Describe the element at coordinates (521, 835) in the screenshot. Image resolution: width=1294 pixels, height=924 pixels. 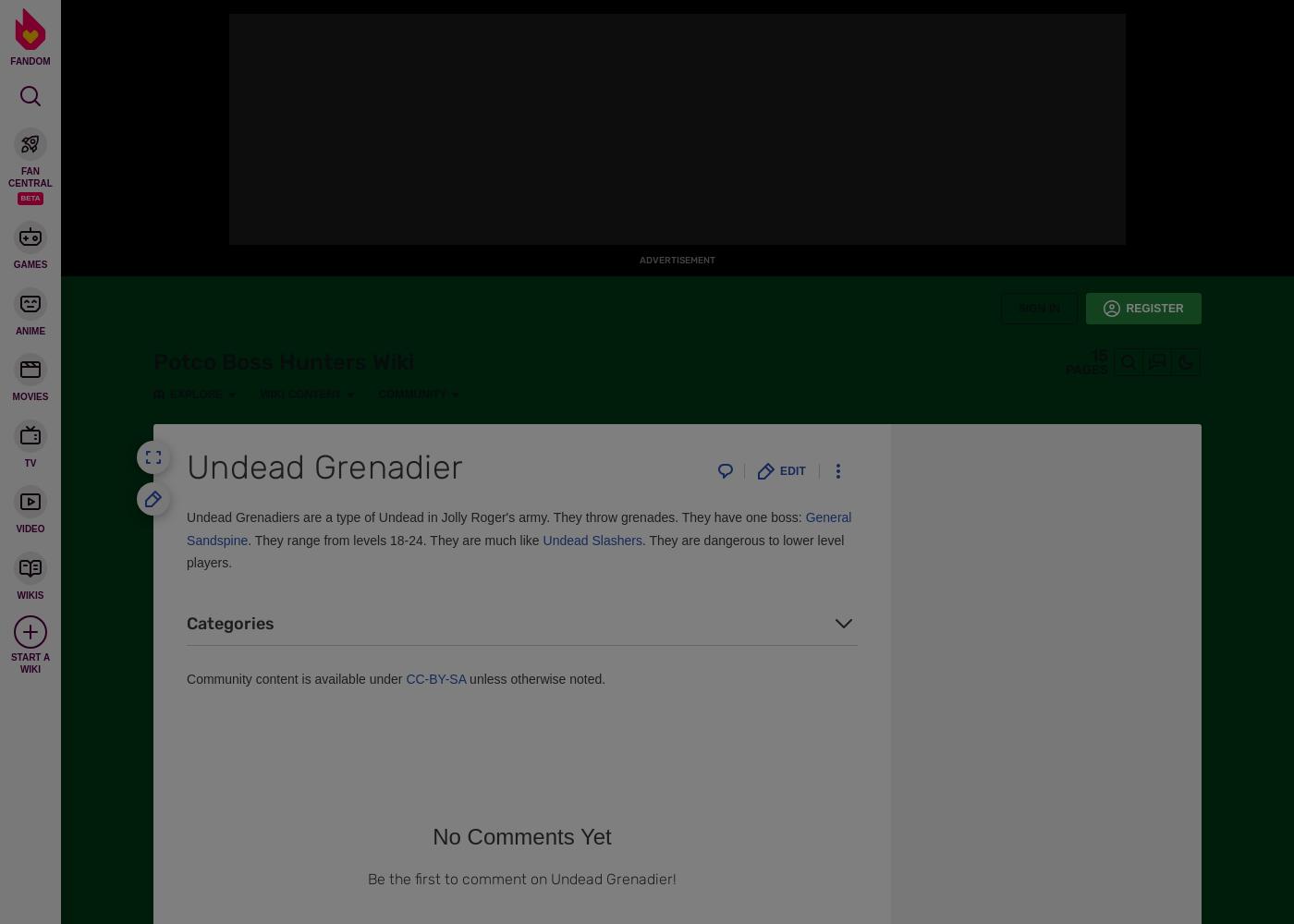
I see `'No Comments Yet'` at that location.